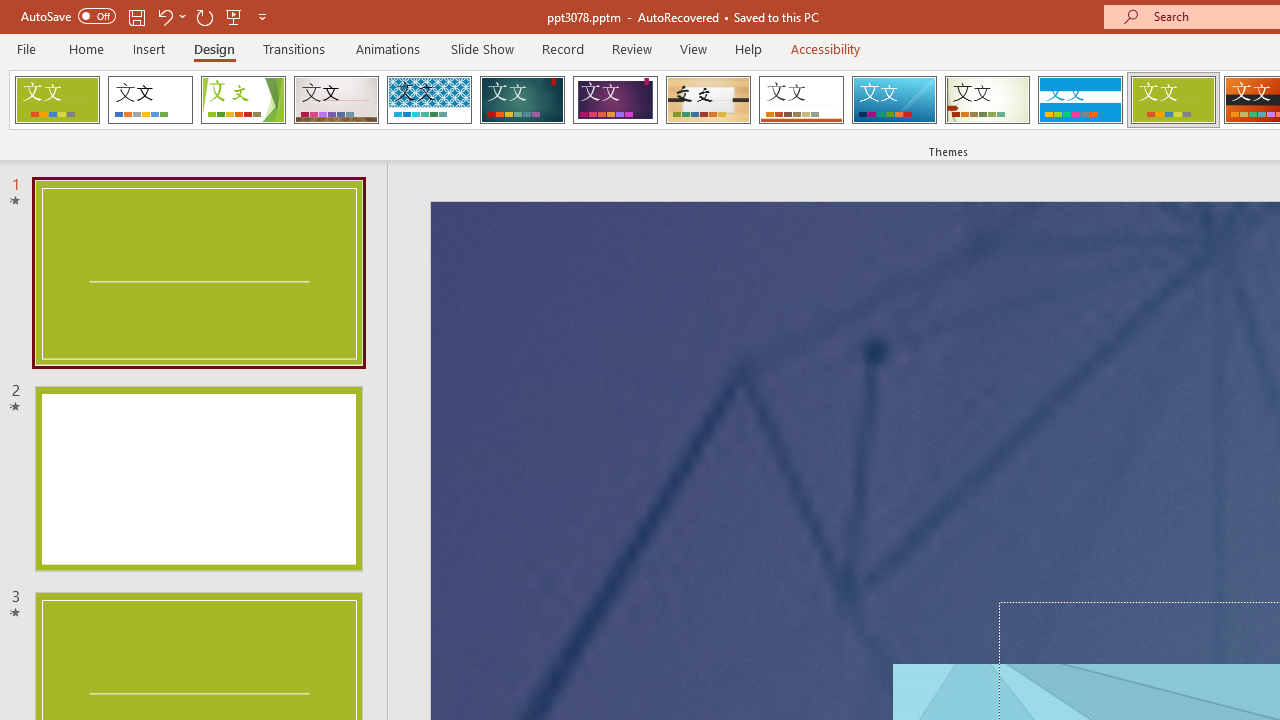 The height and width of the screenshot is (720, 1280). Describe the element at coordinates (1079, 100) in the screenshot. I see `'Banded'` at that location.